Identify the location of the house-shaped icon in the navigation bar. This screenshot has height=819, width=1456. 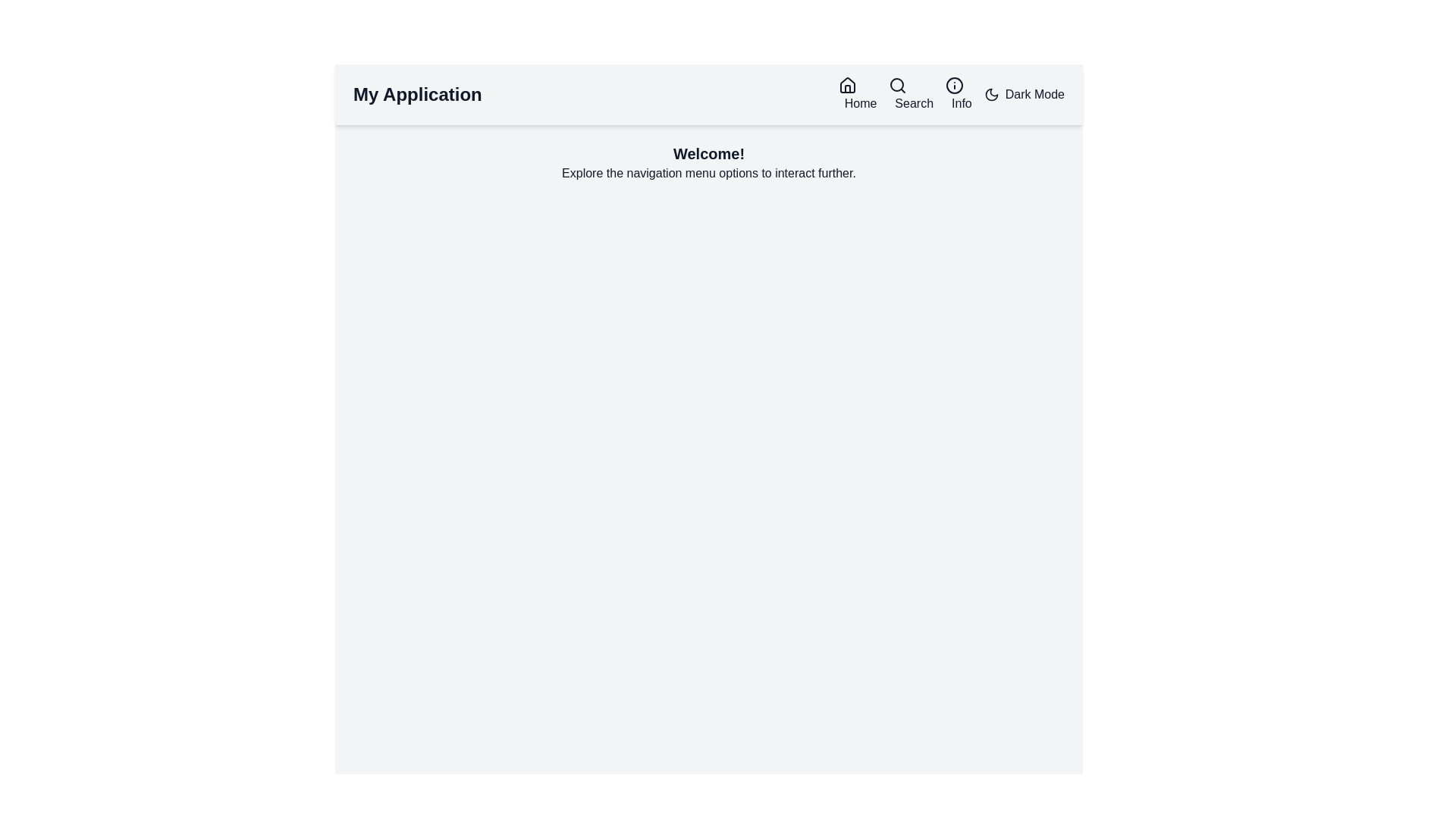
(846, 85).